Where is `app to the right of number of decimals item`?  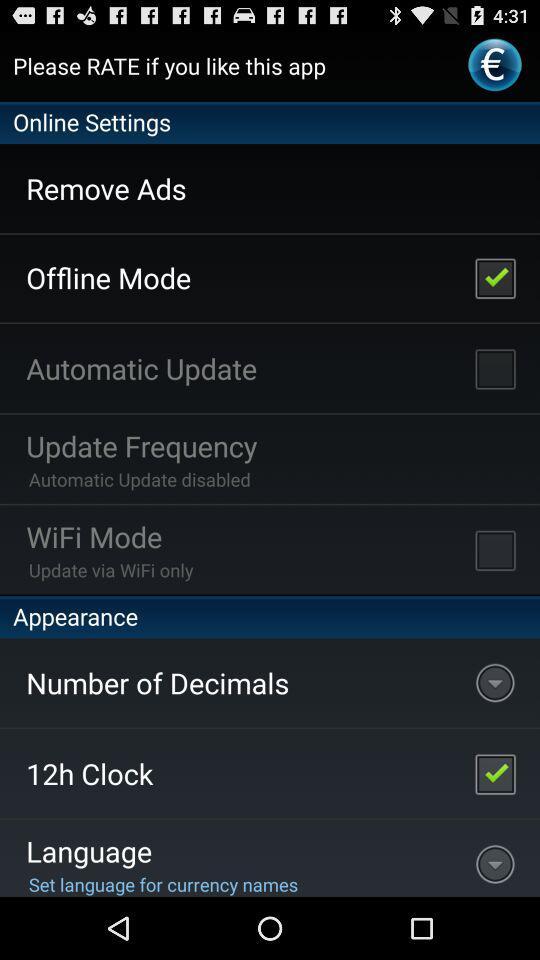 app to the right of number of decimals item is located at coordinates (494, 772).